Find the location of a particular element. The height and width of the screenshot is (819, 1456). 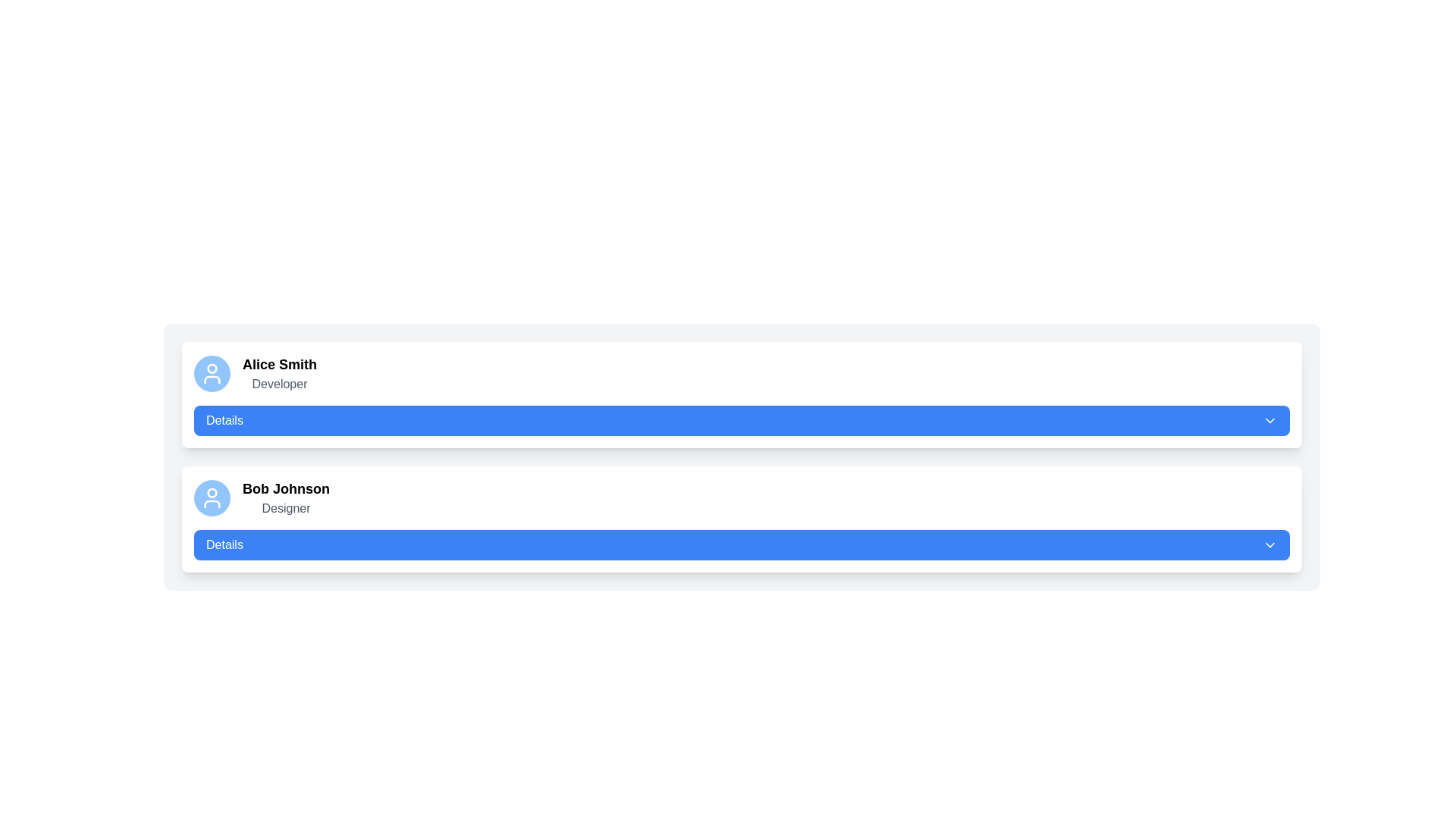

the user profile icon, which is a minimalist line art of a person encased in a bright blue circular background, located in the top-left section of the profile card is located at coordinates (211, 497).